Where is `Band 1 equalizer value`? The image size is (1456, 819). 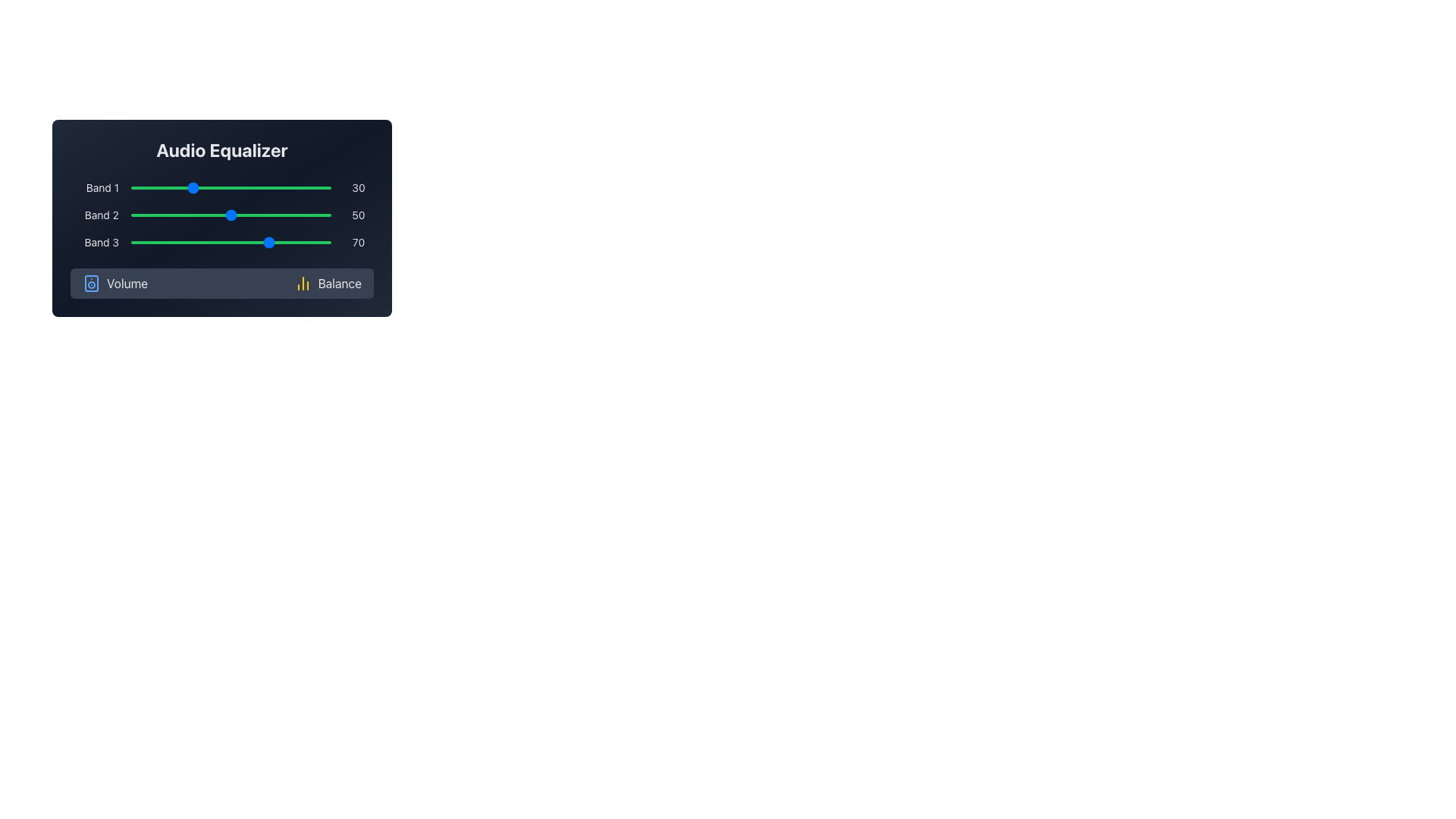 Band 1 equalizer value is located at coordinates (175, 187).